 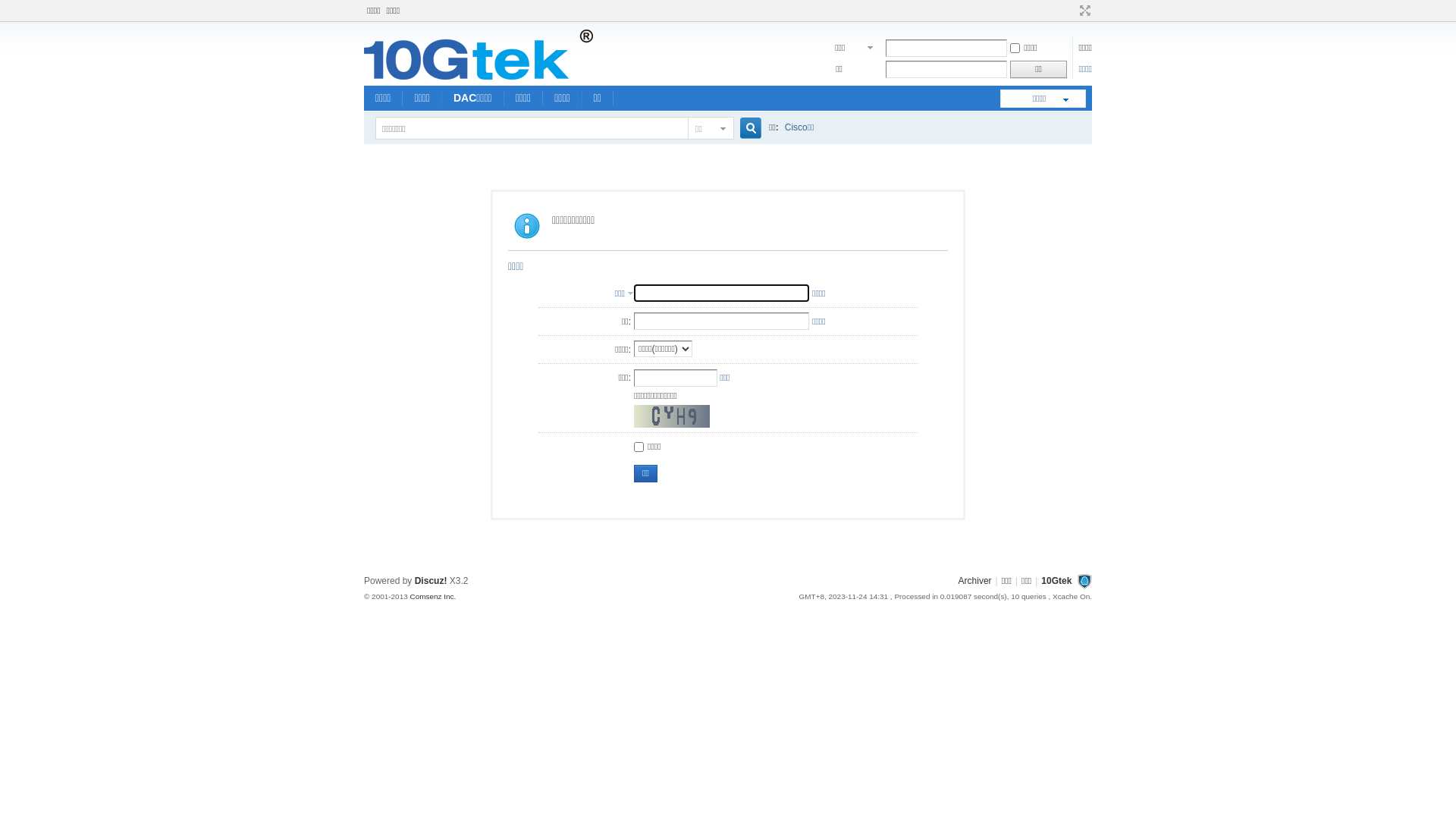 What do you see at coordinates (477, 76) in the screenshot?
I see `'10Gtek'` at bounding box center [477, 76].